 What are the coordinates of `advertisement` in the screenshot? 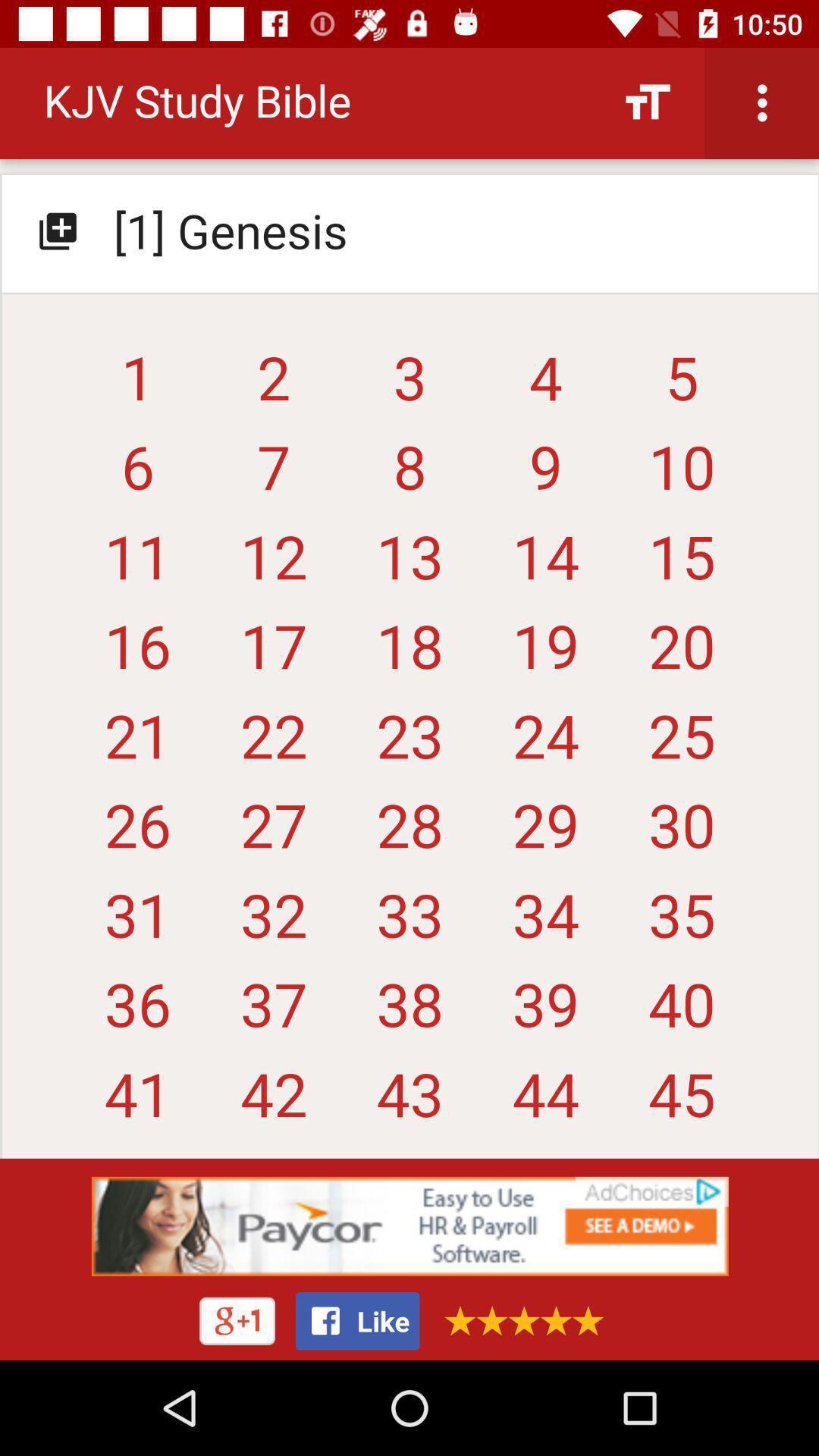 It's located at (409, 1226).